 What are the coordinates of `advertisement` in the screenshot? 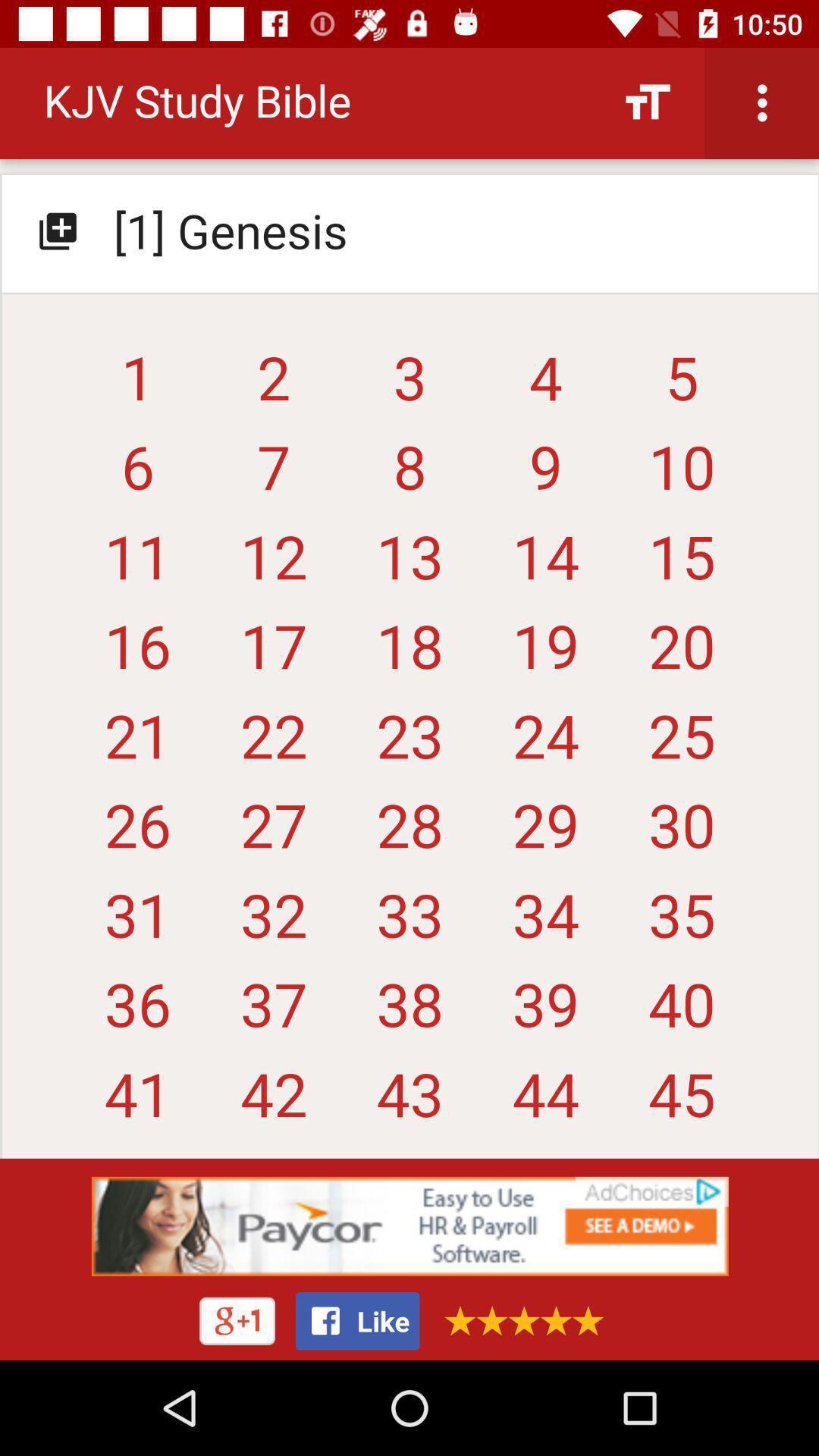 It's located at (409, 1226).